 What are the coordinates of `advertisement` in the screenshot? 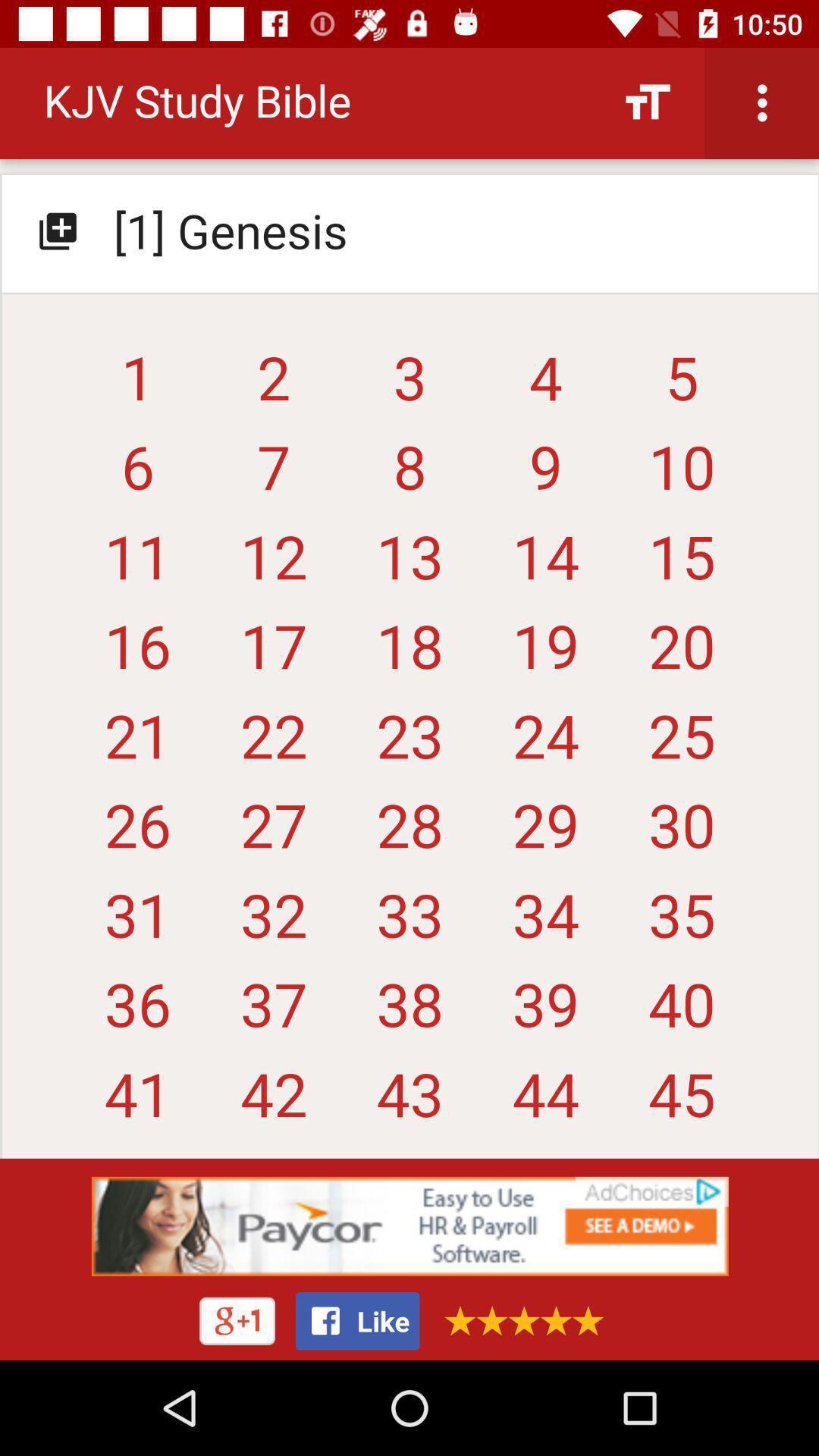 It's located at (409, 1226).